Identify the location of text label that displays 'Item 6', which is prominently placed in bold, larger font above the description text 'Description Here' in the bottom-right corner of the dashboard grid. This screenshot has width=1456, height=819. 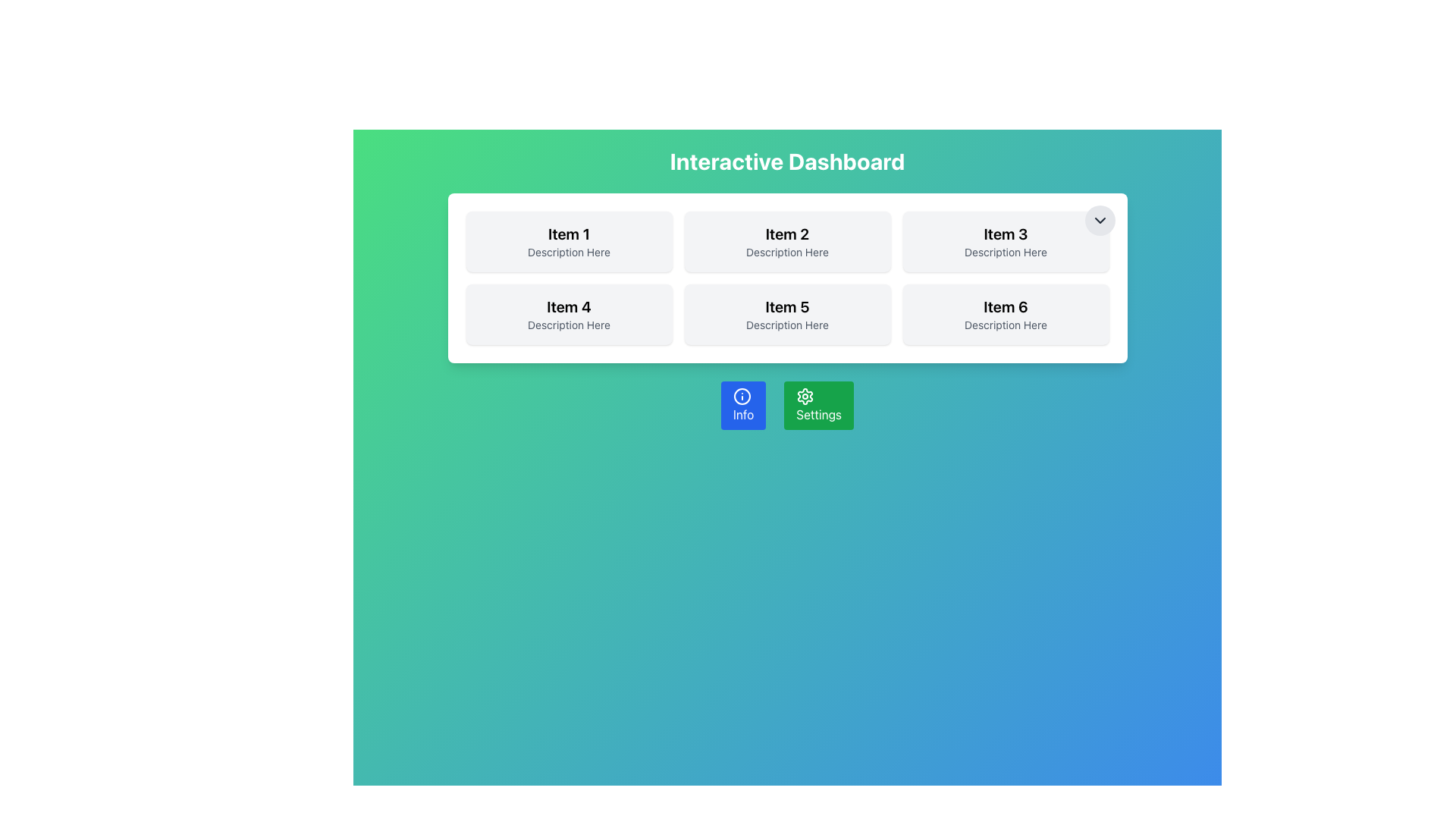
(1006, 307).